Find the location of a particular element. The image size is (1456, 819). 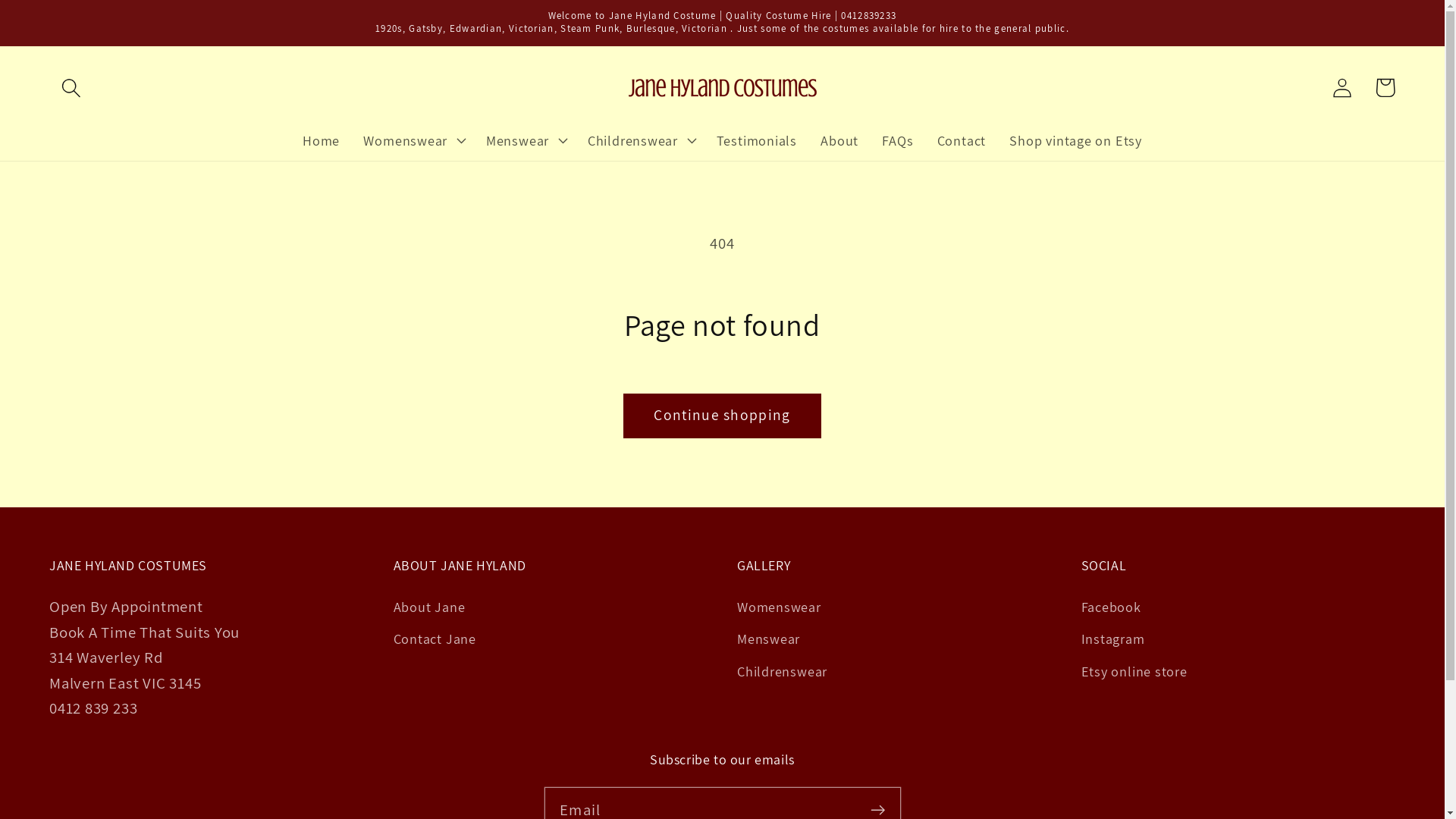

'Testimonials' is located at coordinates (757, 140).